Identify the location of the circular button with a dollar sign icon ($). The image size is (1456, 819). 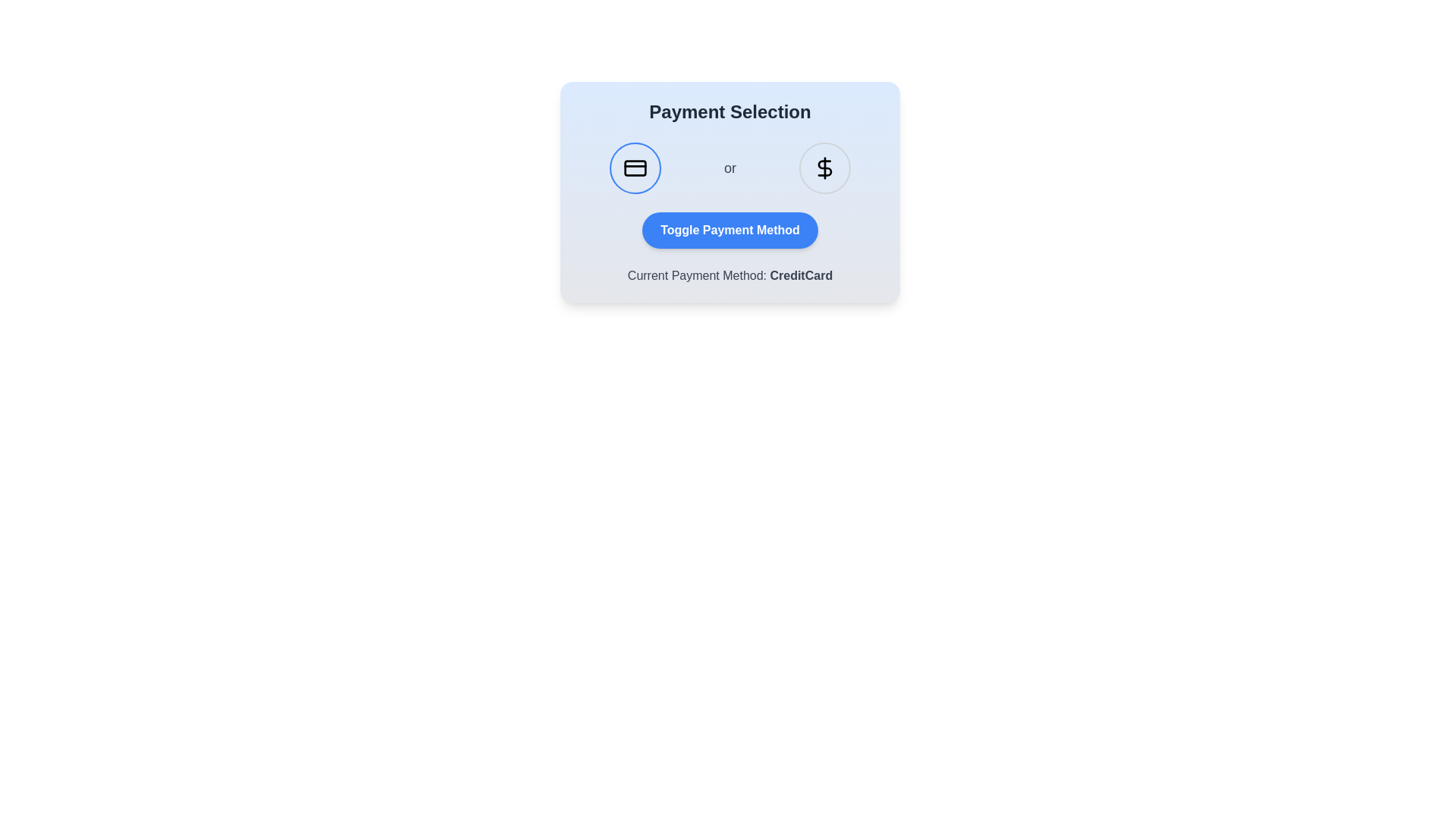
(824, 168).